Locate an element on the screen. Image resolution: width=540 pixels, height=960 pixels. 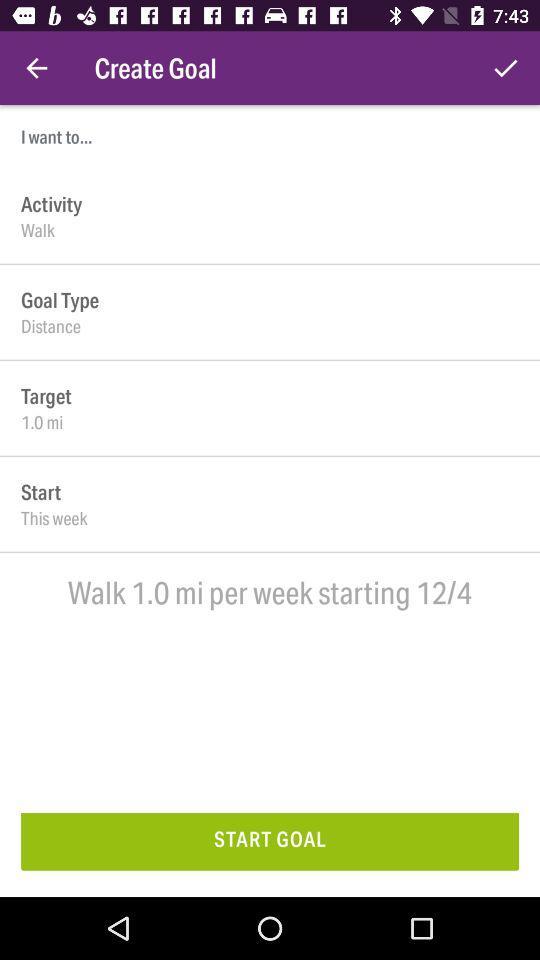
item to the right of create goal icon is located at coordinates (504, 68).